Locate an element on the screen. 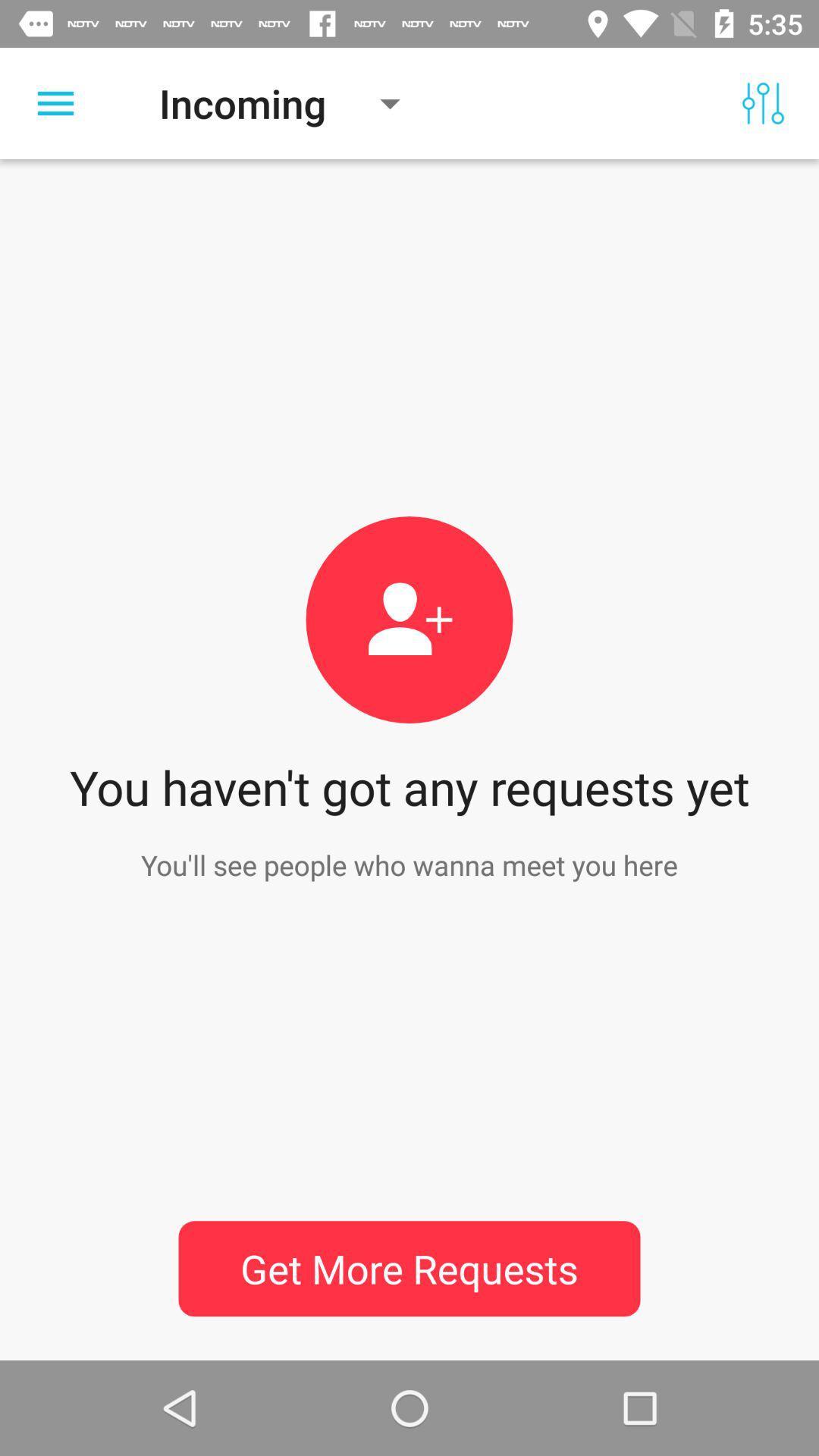 The image size is (819, 1456). click for menu is located at coordinates (55, 102).